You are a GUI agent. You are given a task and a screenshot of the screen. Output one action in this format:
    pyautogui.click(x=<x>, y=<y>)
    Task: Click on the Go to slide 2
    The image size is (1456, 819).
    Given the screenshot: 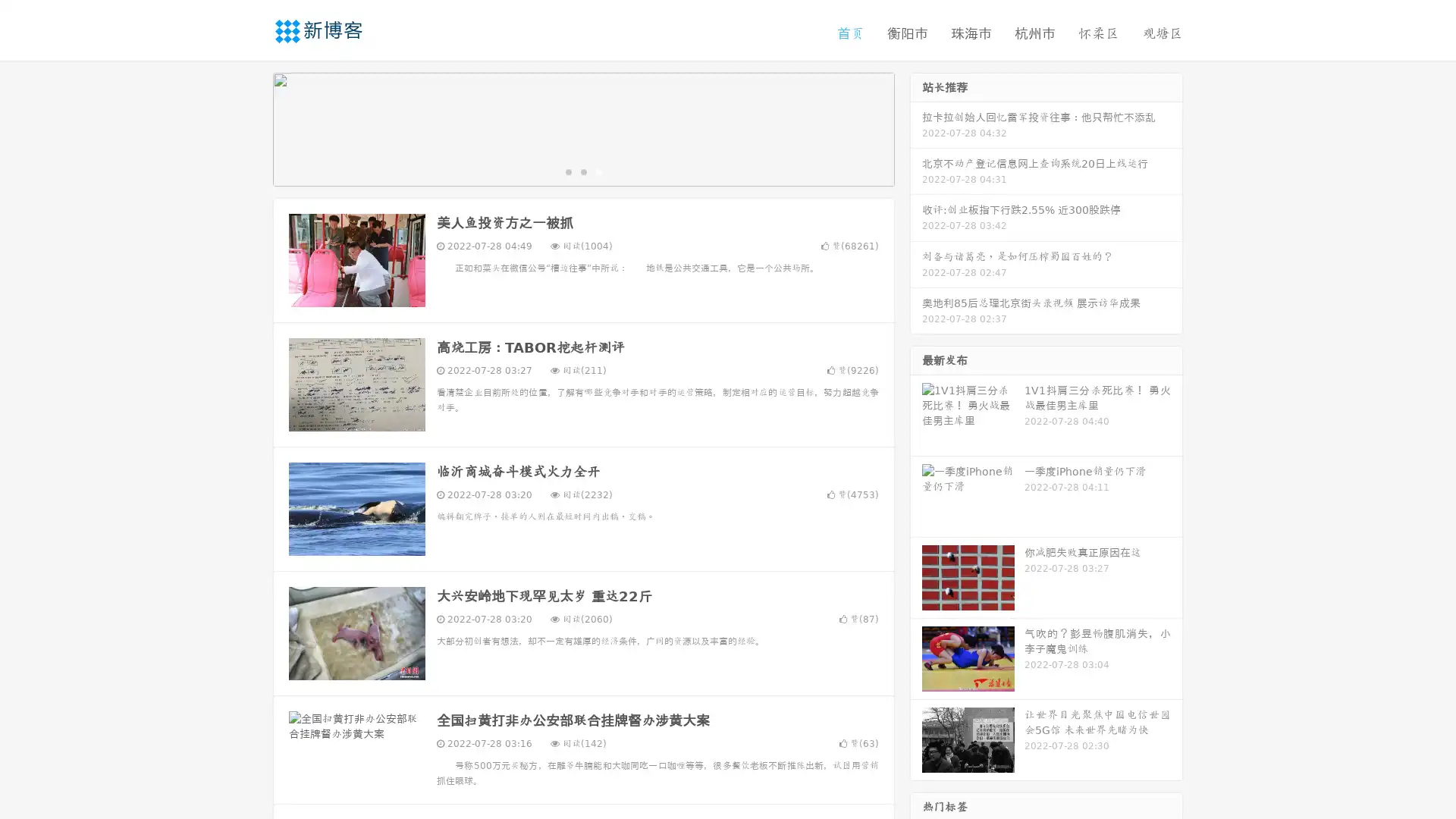 What is the action you would take?
    pyautogui.click(x=582, y=171)
    